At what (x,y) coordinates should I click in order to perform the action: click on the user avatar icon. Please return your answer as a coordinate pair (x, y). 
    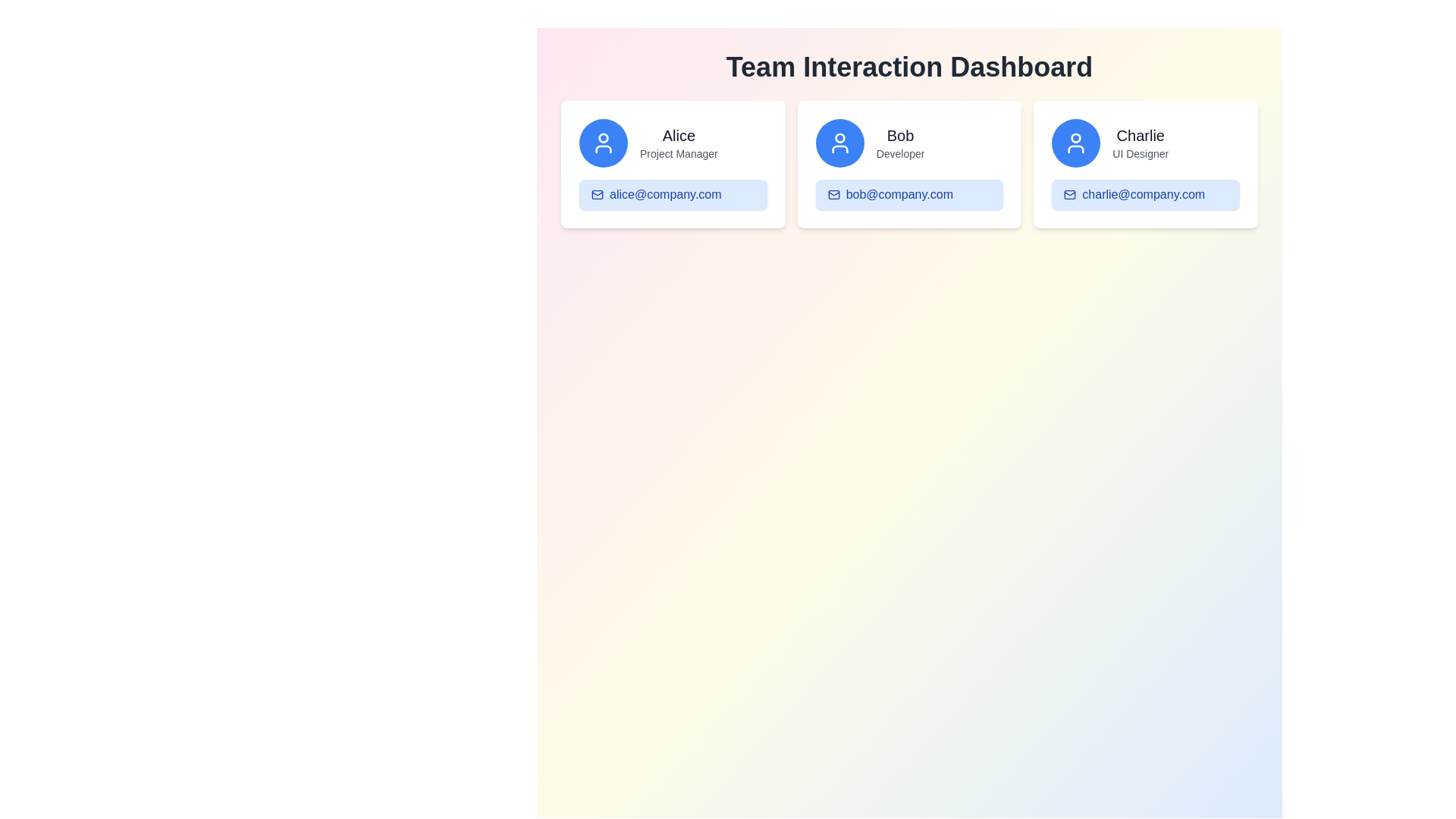
    Looking at the image, I should click on (1075, 143).